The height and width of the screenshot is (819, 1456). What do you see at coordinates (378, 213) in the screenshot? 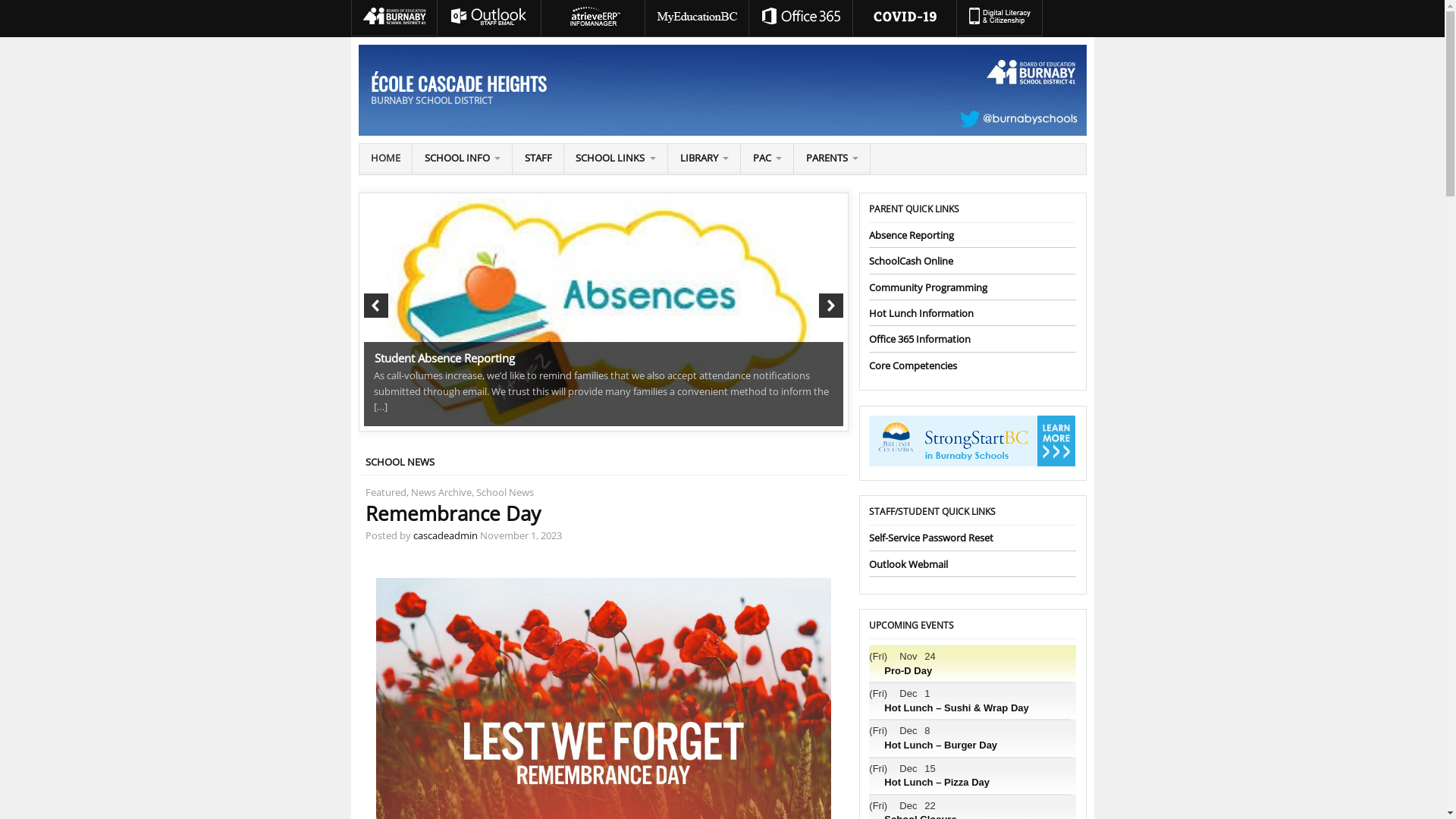
I see `'1'` at bounding box center [378, 213].